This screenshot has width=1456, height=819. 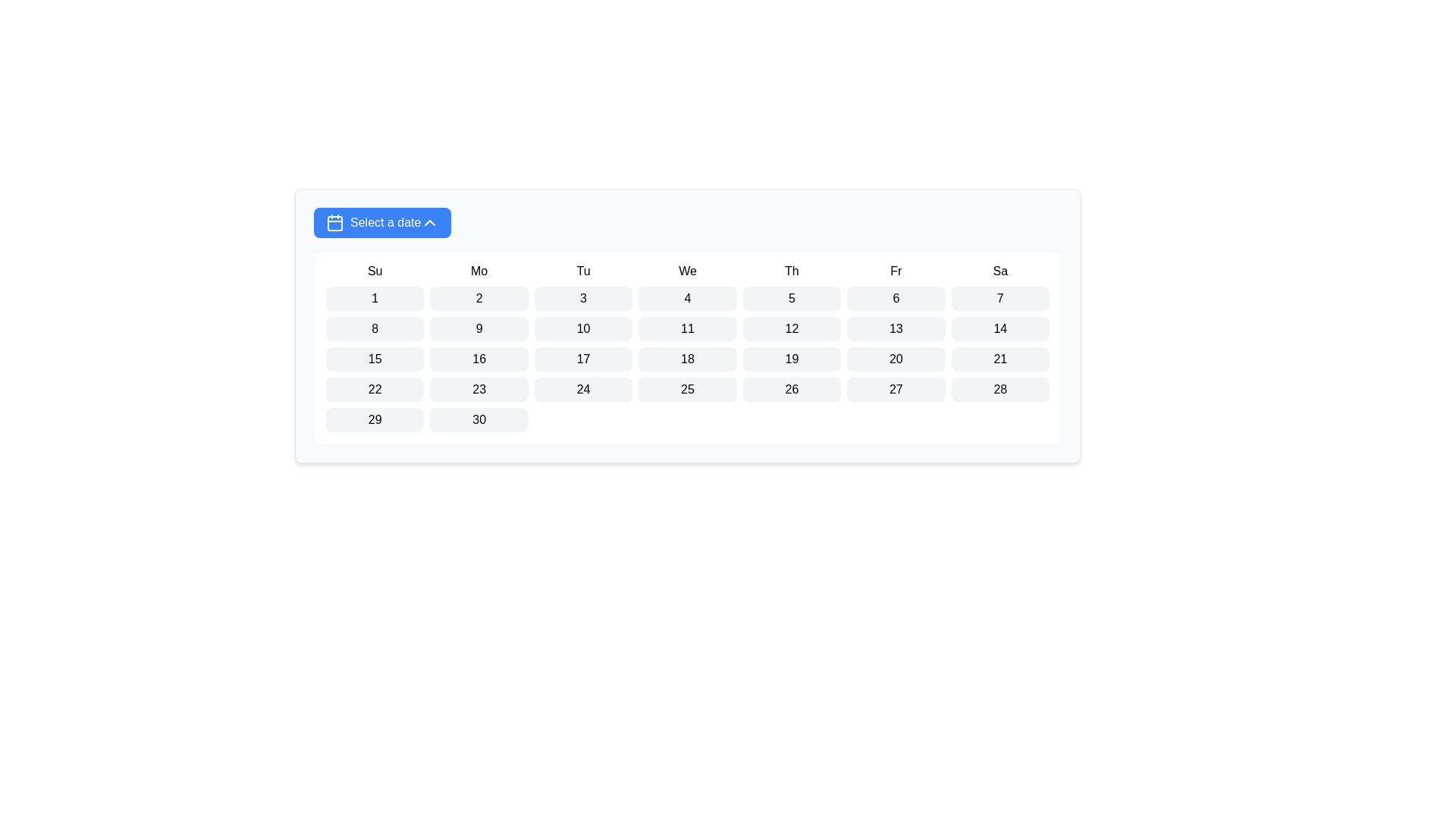 I want to click on the header label indicating 'Wednesday' in the calendar display, which is positioned in the top row between 'Tu' and 'Th', so click(x=687, y=271).